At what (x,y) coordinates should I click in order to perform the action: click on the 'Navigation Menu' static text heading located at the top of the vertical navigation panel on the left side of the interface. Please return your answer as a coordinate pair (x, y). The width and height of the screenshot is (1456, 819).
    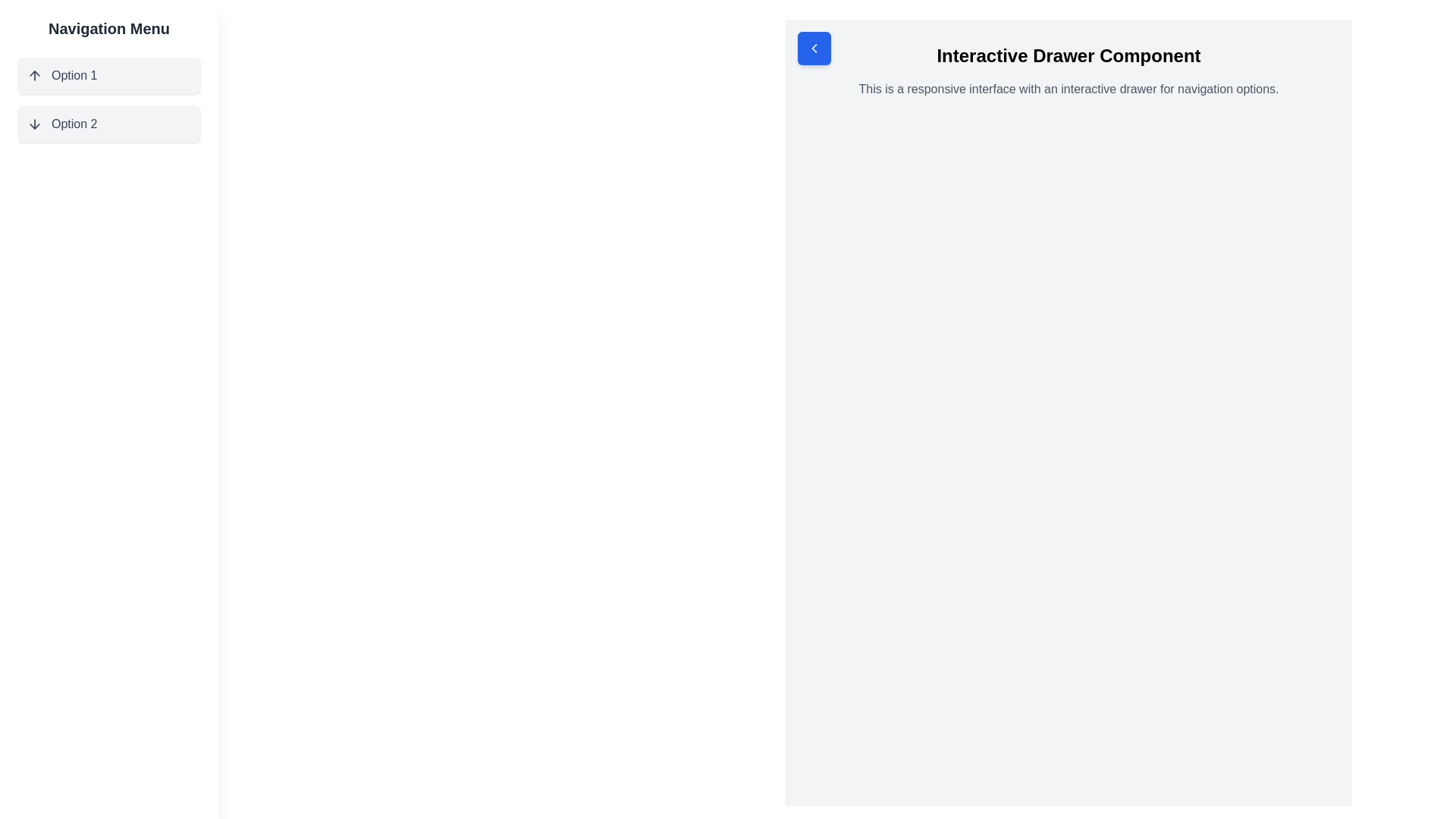
    Looking at the image, I should click on (108, 29).